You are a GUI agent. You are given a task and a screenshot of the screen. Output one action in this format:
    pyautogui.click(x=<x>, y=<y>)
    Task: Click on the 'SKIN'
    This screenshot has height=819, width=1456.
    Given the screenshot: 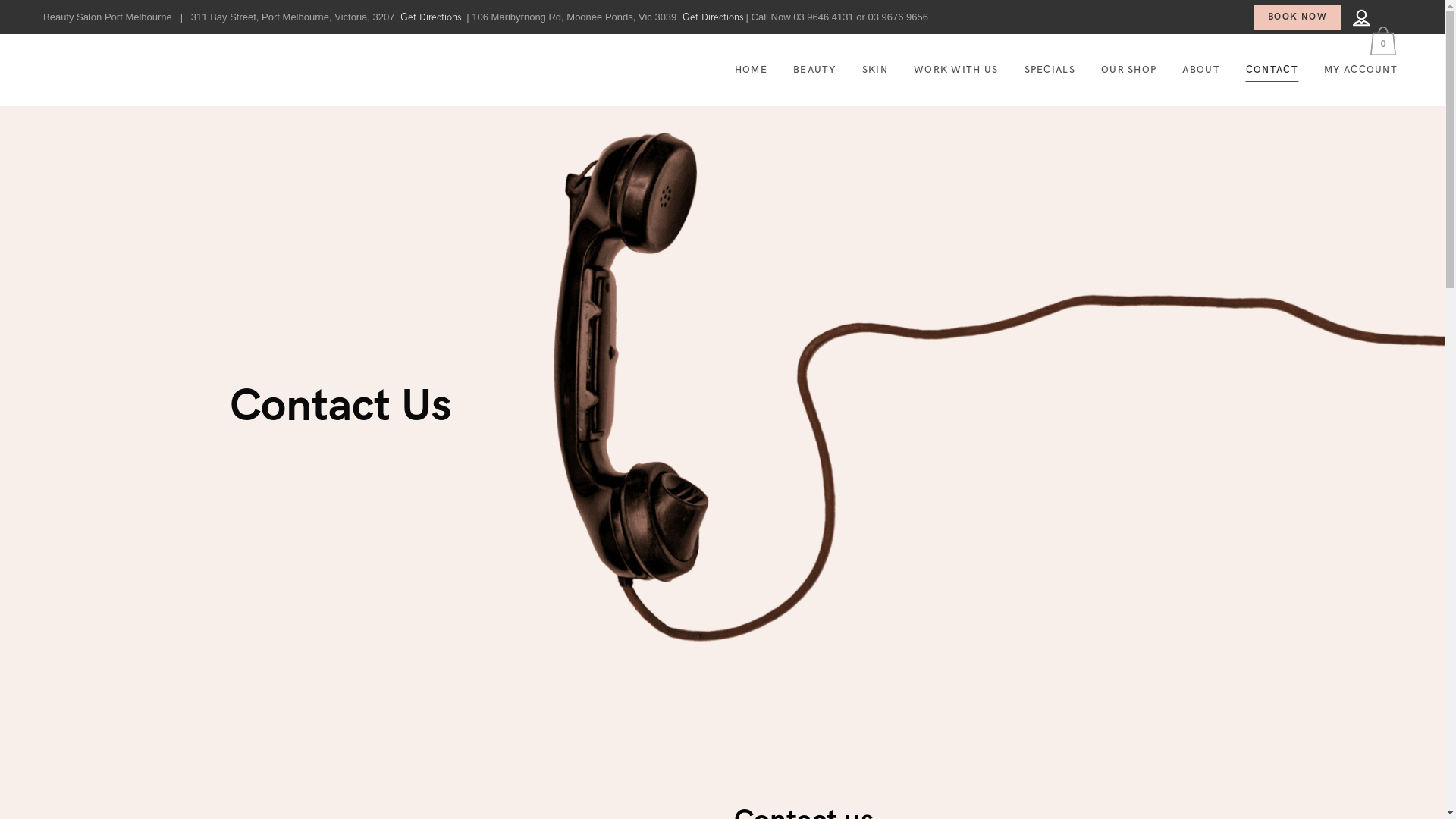 What is the action you would take?
    pyautogui.click(x=874, y=70)
    